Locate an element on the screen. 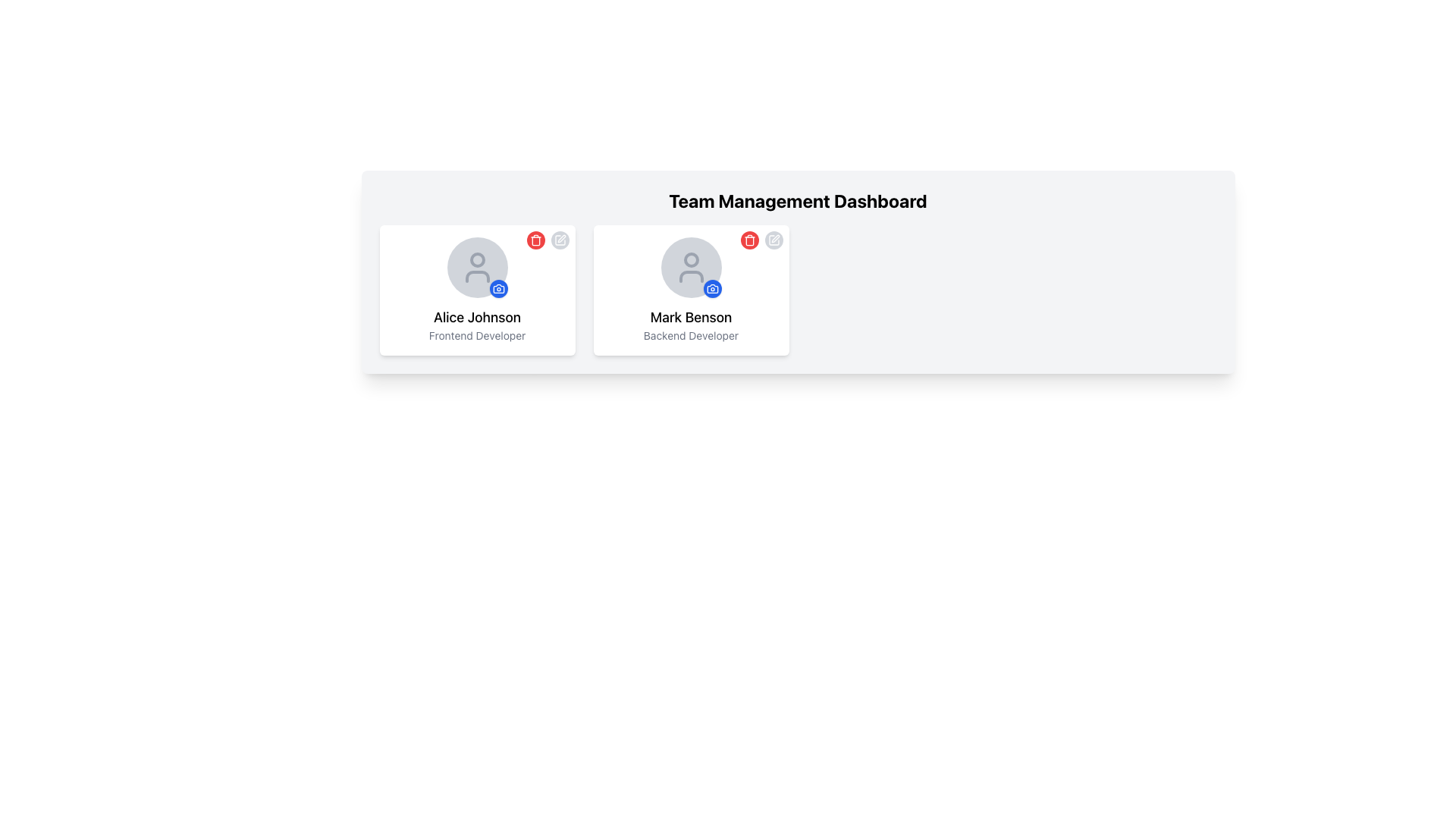  the user profile card component on the left side of the row within the grid layout, which features a rounded white background with a user icon, name, and role title is located at coordinates (476, 290).